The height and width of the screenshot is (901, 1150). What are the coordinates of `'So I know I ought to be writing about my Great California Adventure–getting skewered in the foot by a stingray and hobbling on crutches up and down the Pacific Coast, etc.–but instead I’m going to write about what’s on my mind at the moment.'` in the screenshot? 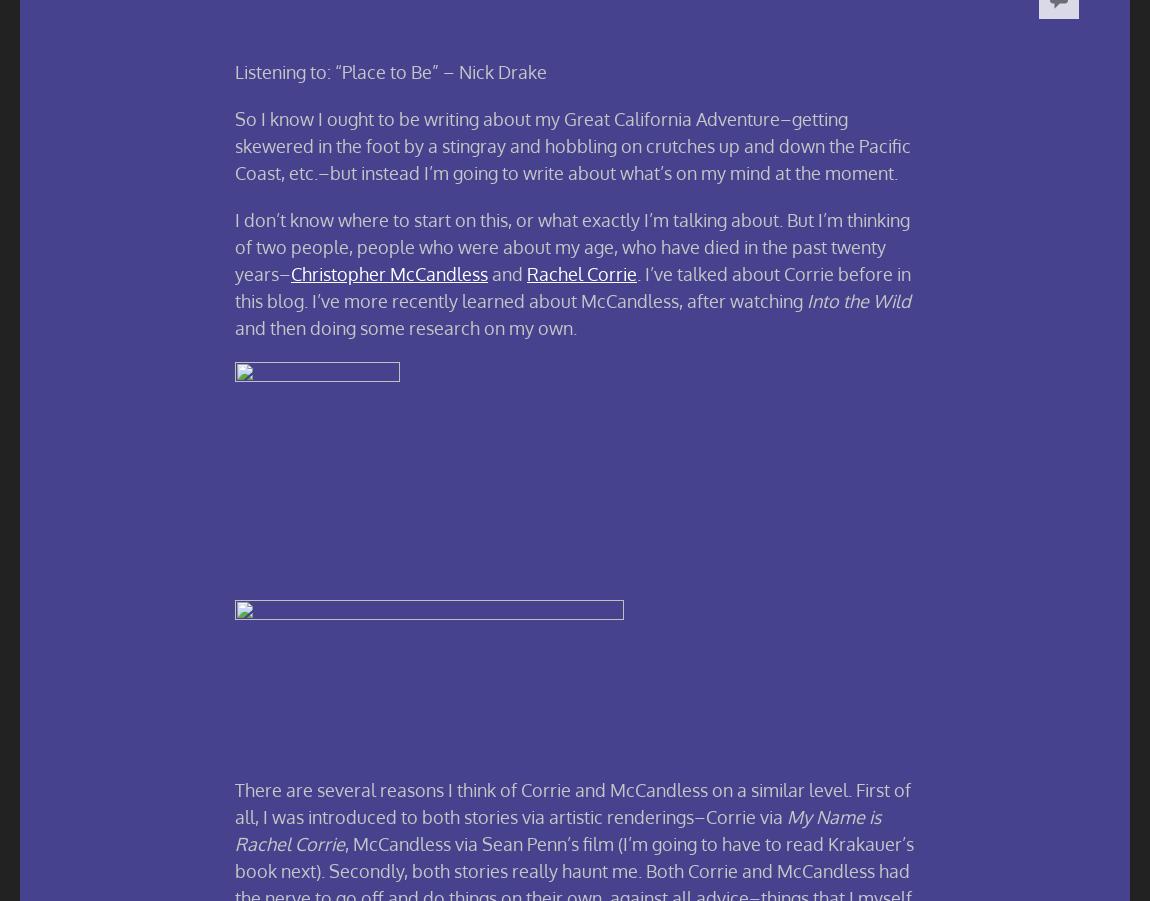 It's located at (573, 145).